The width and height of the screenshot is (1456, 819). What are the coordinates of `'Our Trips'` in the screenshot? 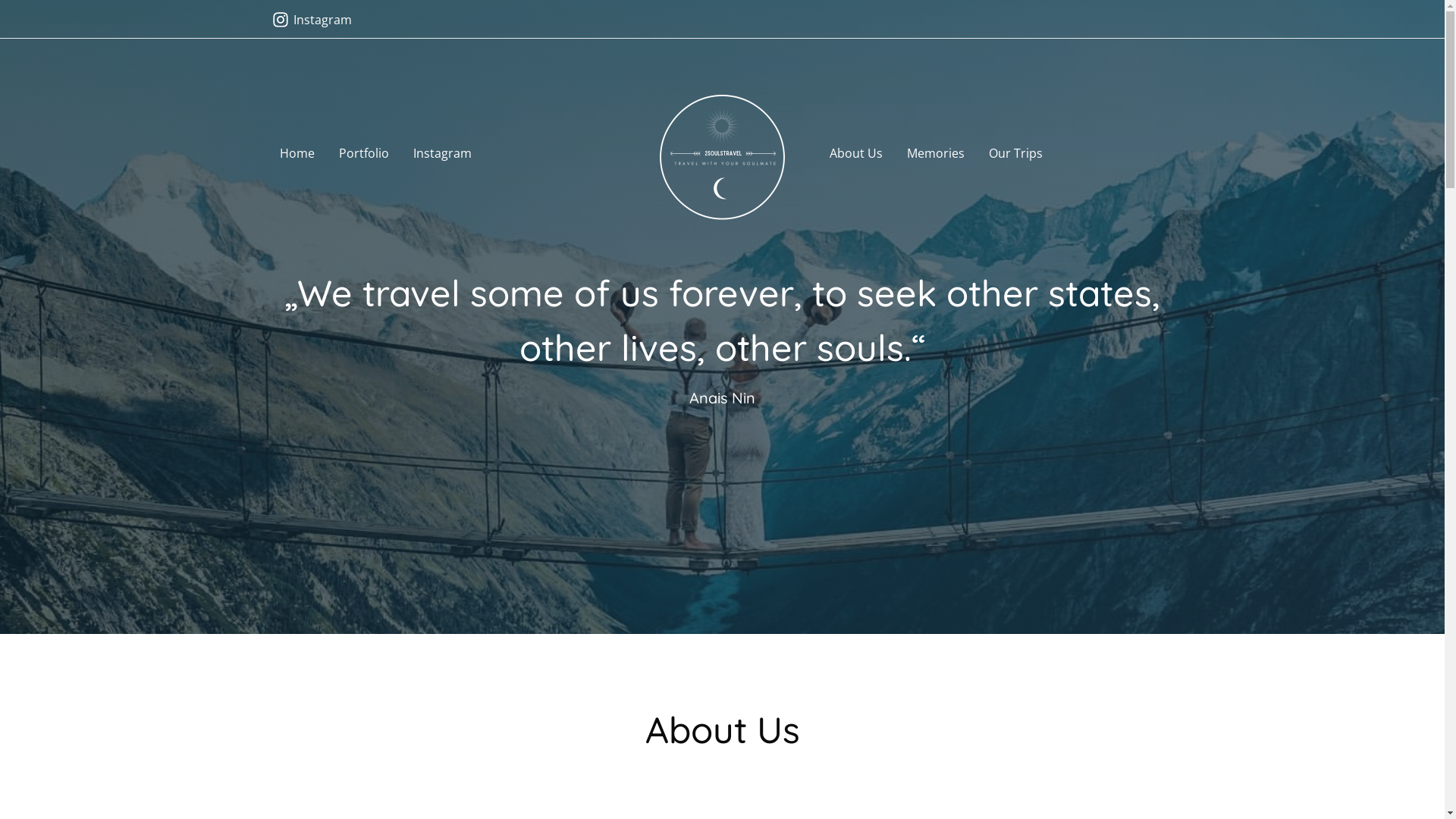 It's located at (1015, 154).